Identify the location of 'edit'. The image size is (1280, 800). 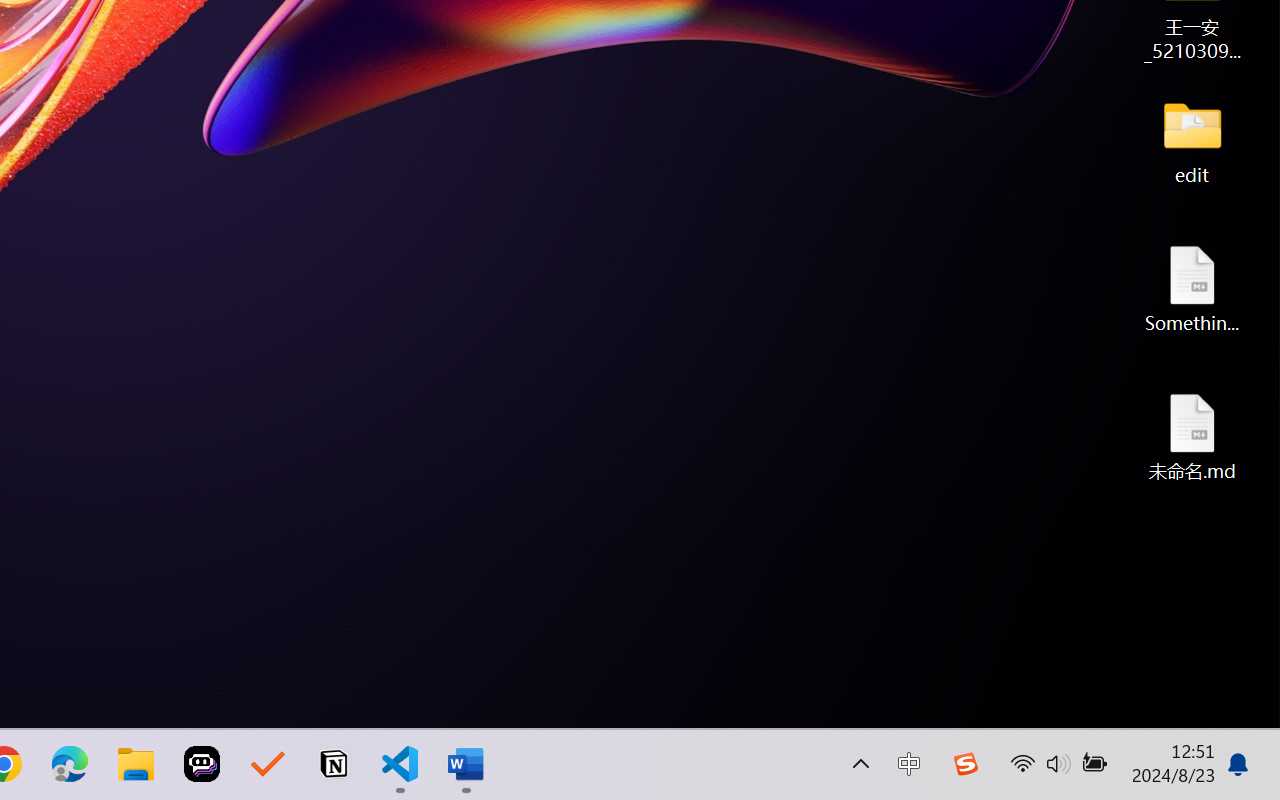
(1192, 140).